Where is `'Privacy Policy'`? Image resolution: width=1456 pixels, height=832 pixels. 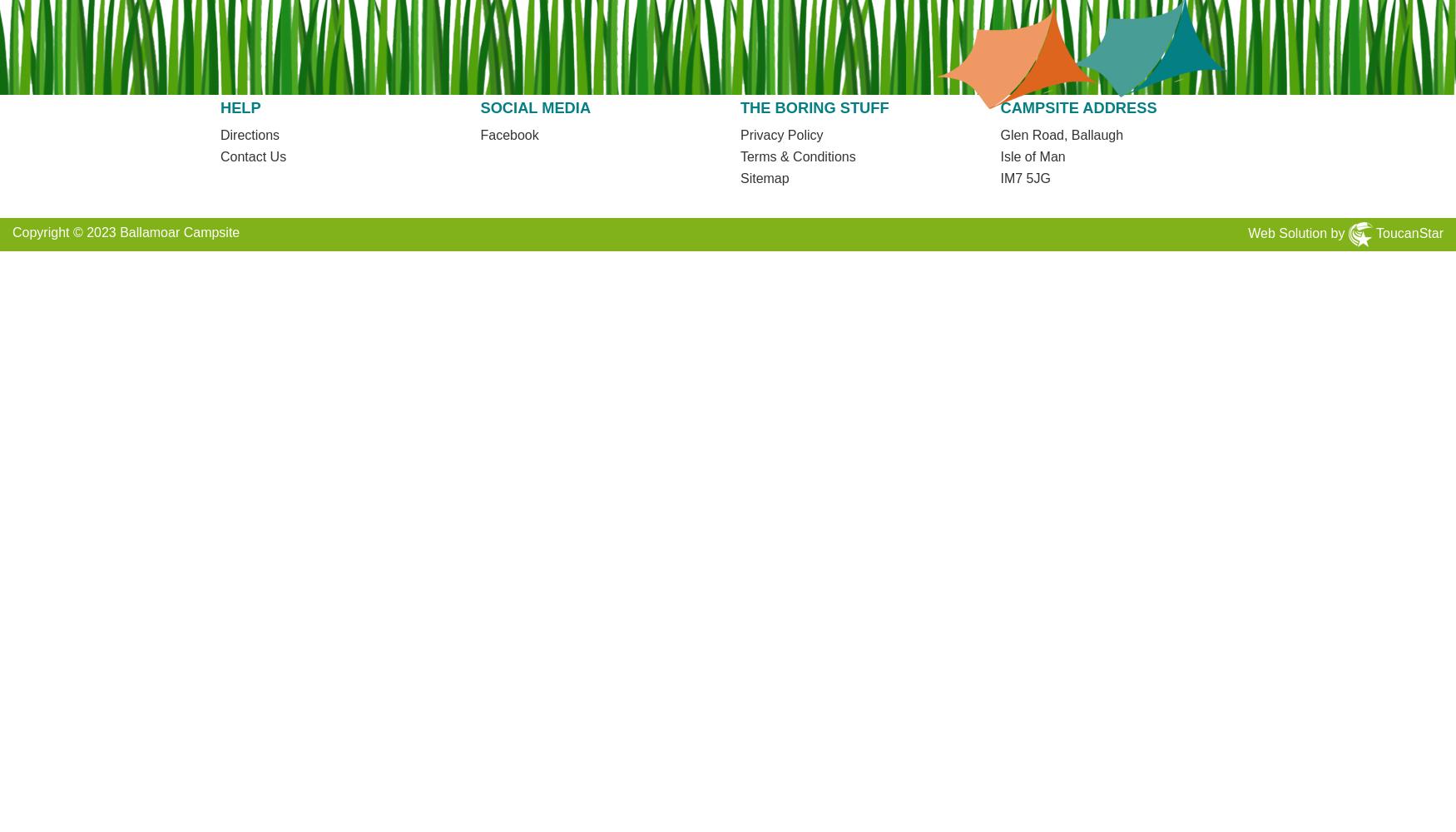
'Privacy Policy' is located at coordinates (739, 135).